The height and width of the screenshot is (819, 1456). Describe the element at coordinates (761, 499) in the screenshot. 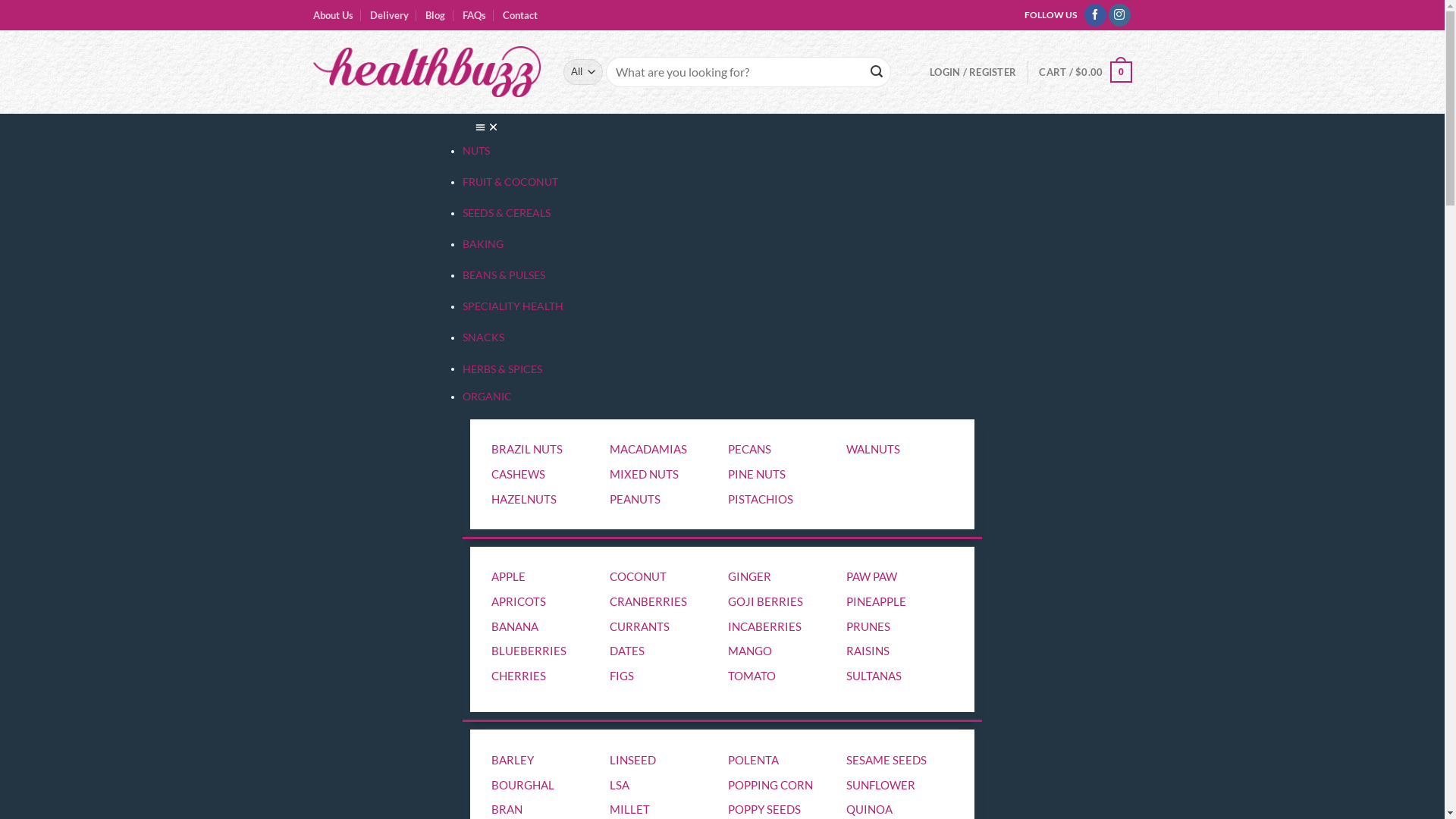

I see `'PISTACHIOS'` at that location.